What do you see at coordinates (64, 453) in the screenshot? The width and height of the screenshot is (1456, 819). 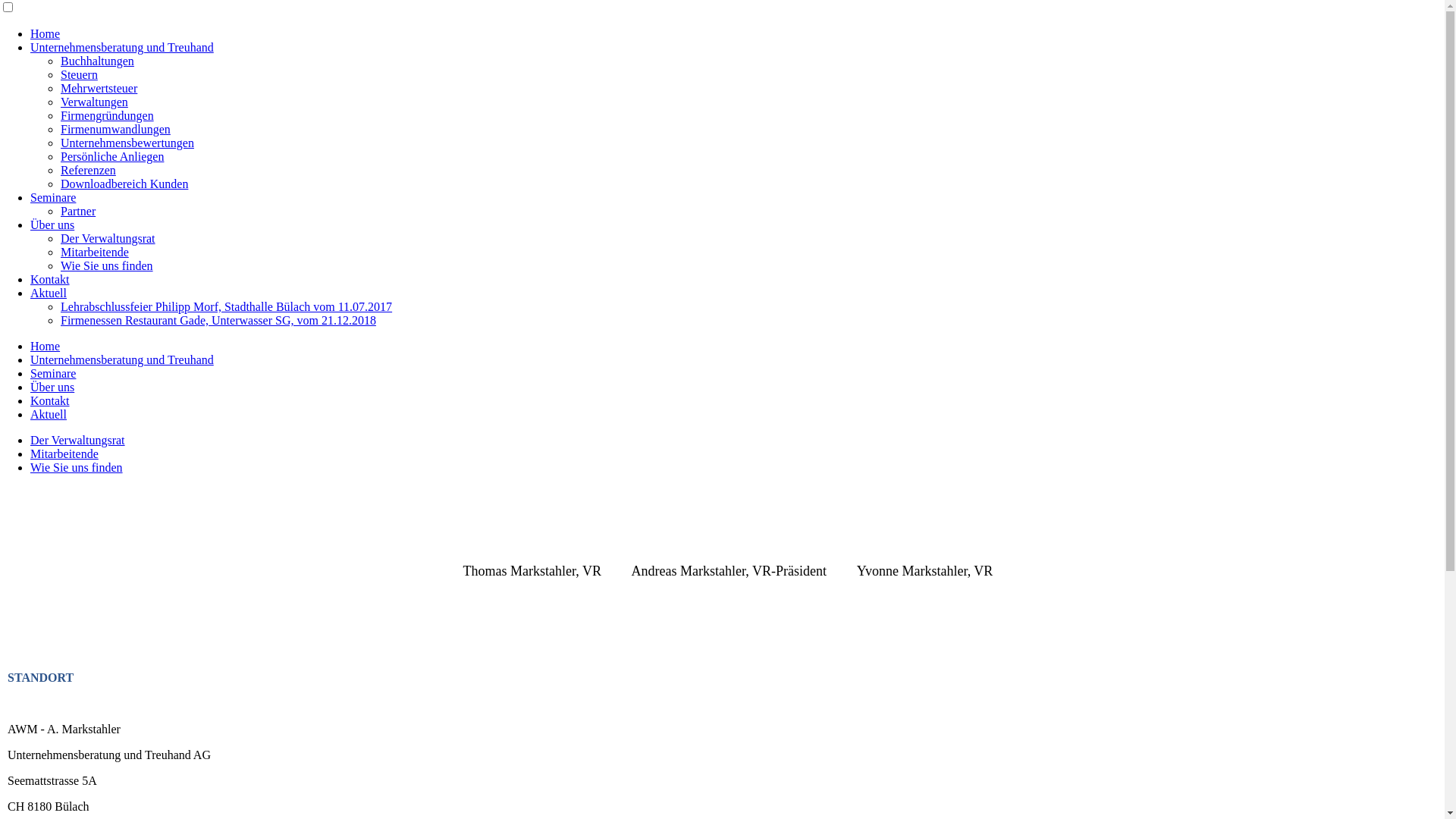 I see `'Mitarbeitende'` at bounding box center [64, 453].